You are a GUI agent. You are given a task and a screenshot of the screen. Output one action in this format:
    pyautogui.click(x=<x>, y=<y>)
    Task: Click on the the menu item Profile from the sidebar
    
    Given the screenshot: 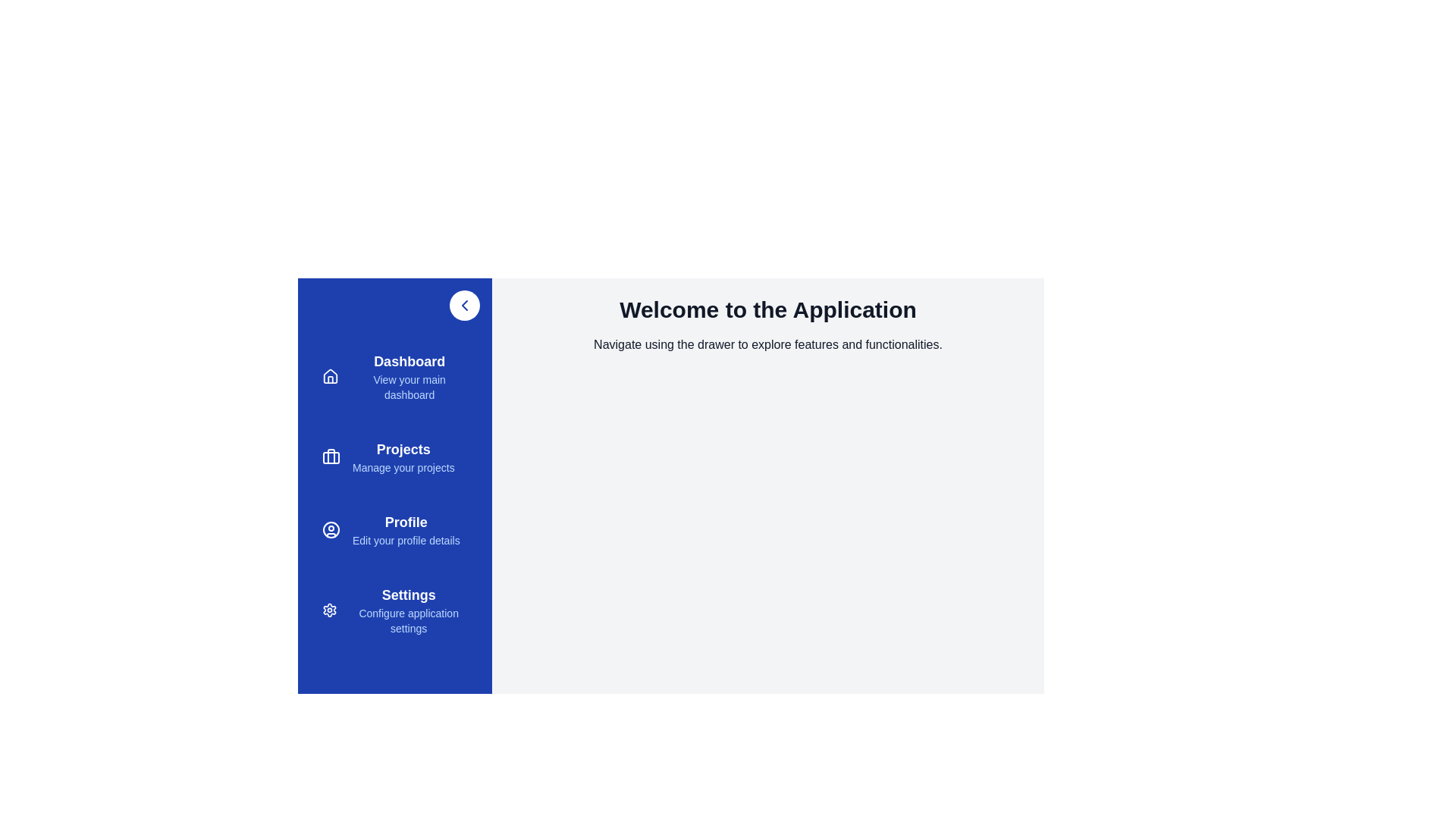 What is the action you would take?
    pyautogui.click(x=395, y=529)
    